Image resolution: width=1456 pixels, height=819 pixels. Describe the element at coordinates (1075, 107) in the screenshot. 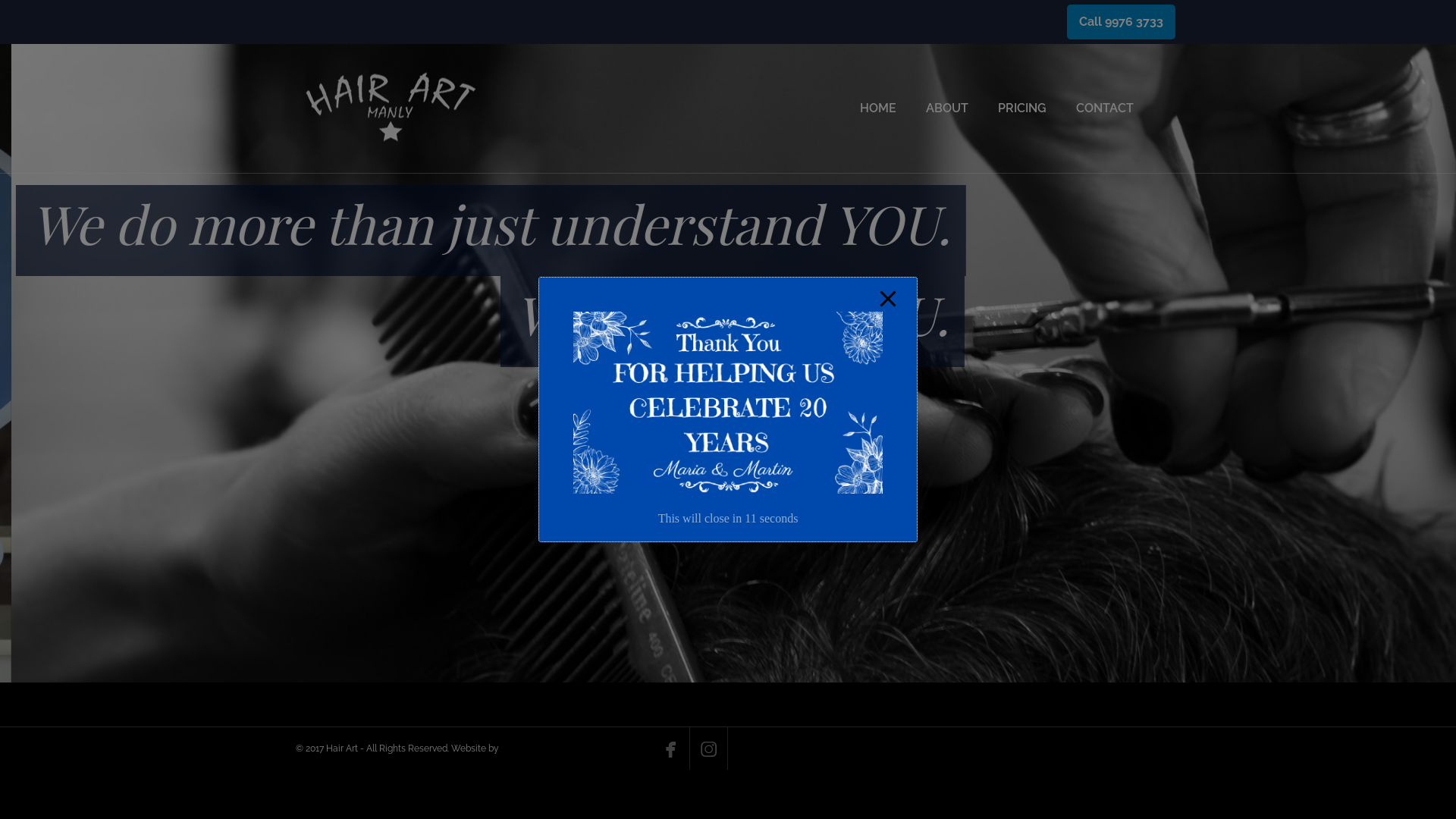

I see `'CONTACT'` at that location.